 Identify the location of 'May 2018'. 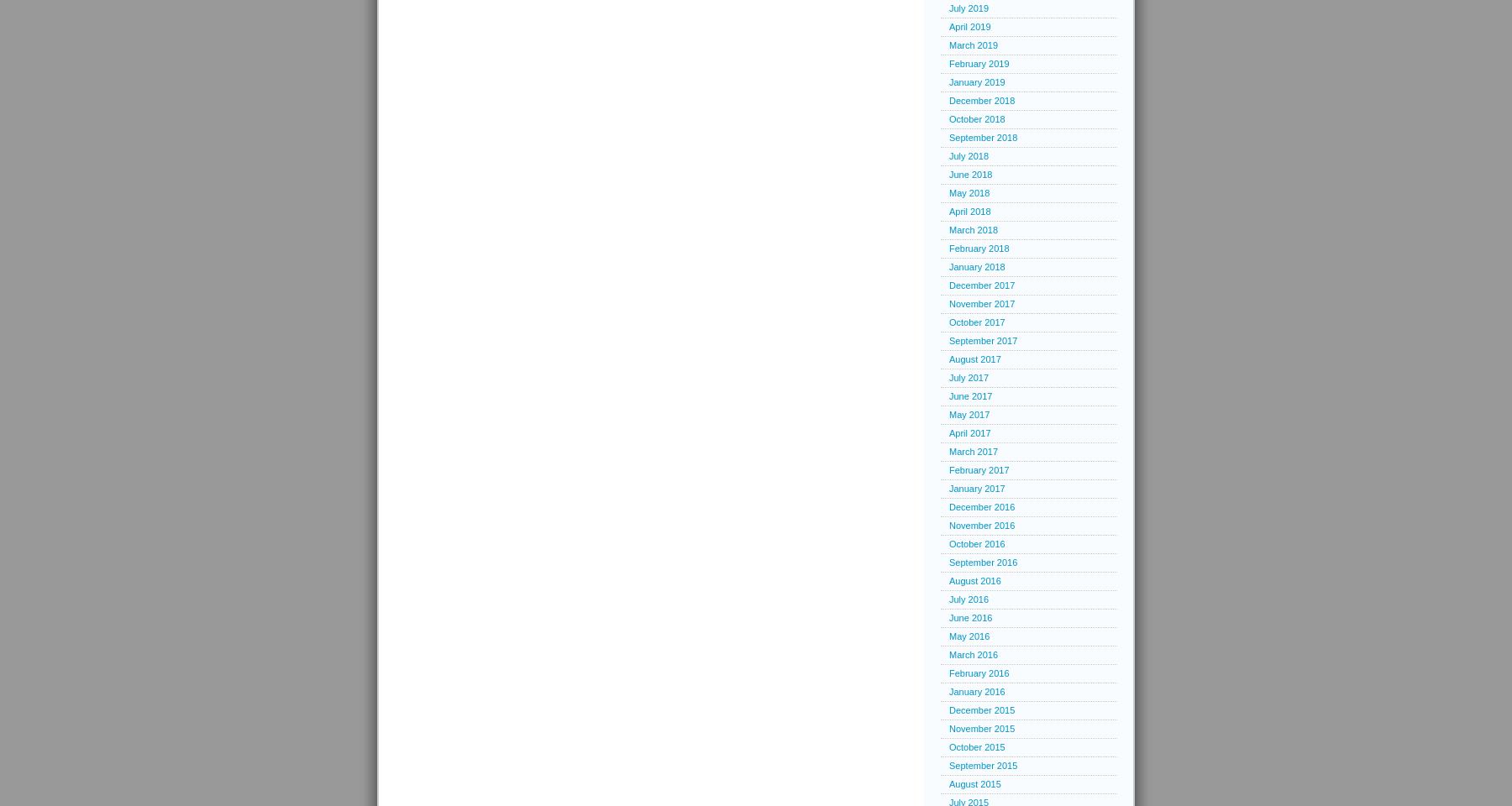
(968, 193).